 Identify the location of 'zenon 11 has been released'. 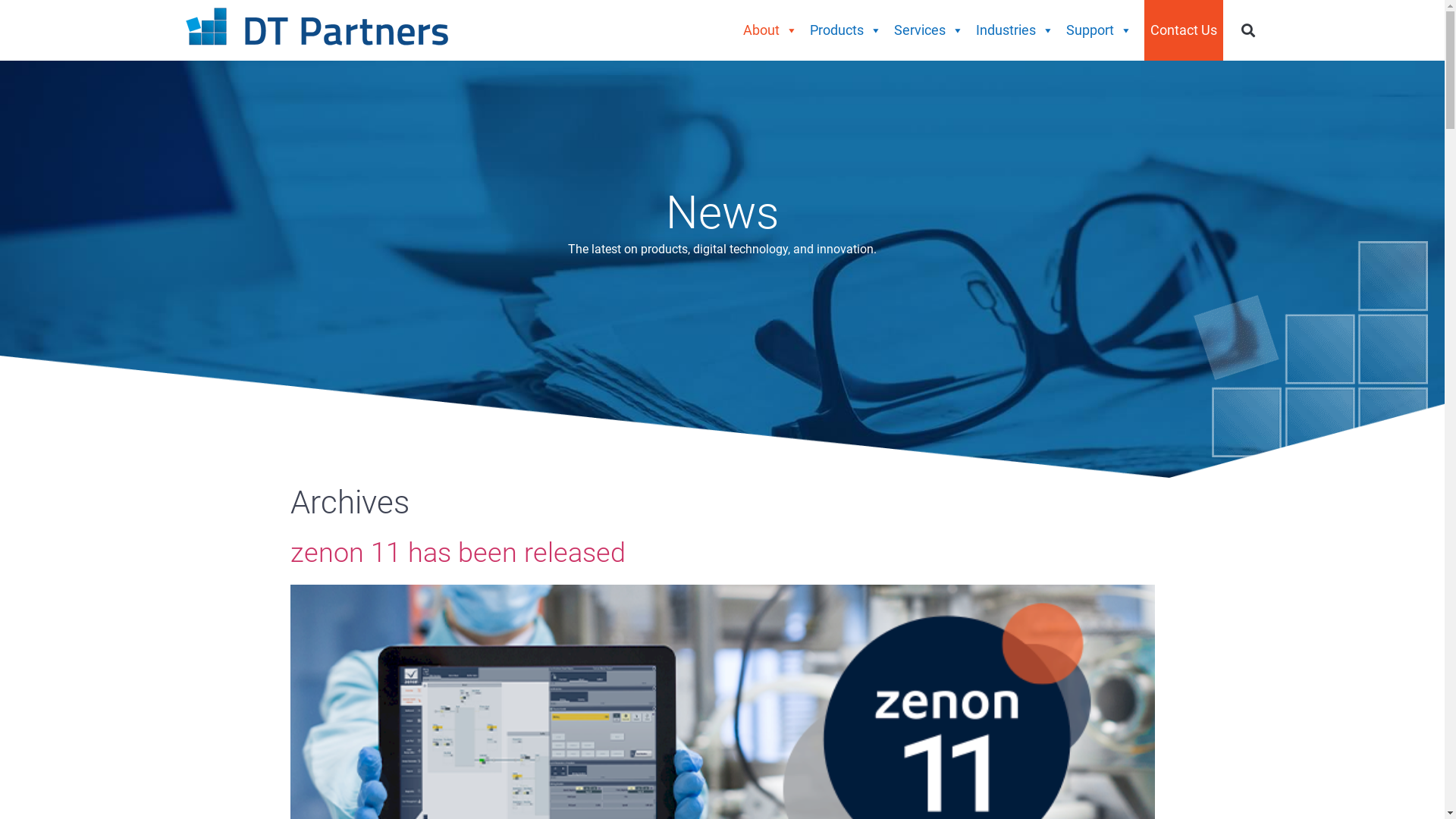
(457, 553).